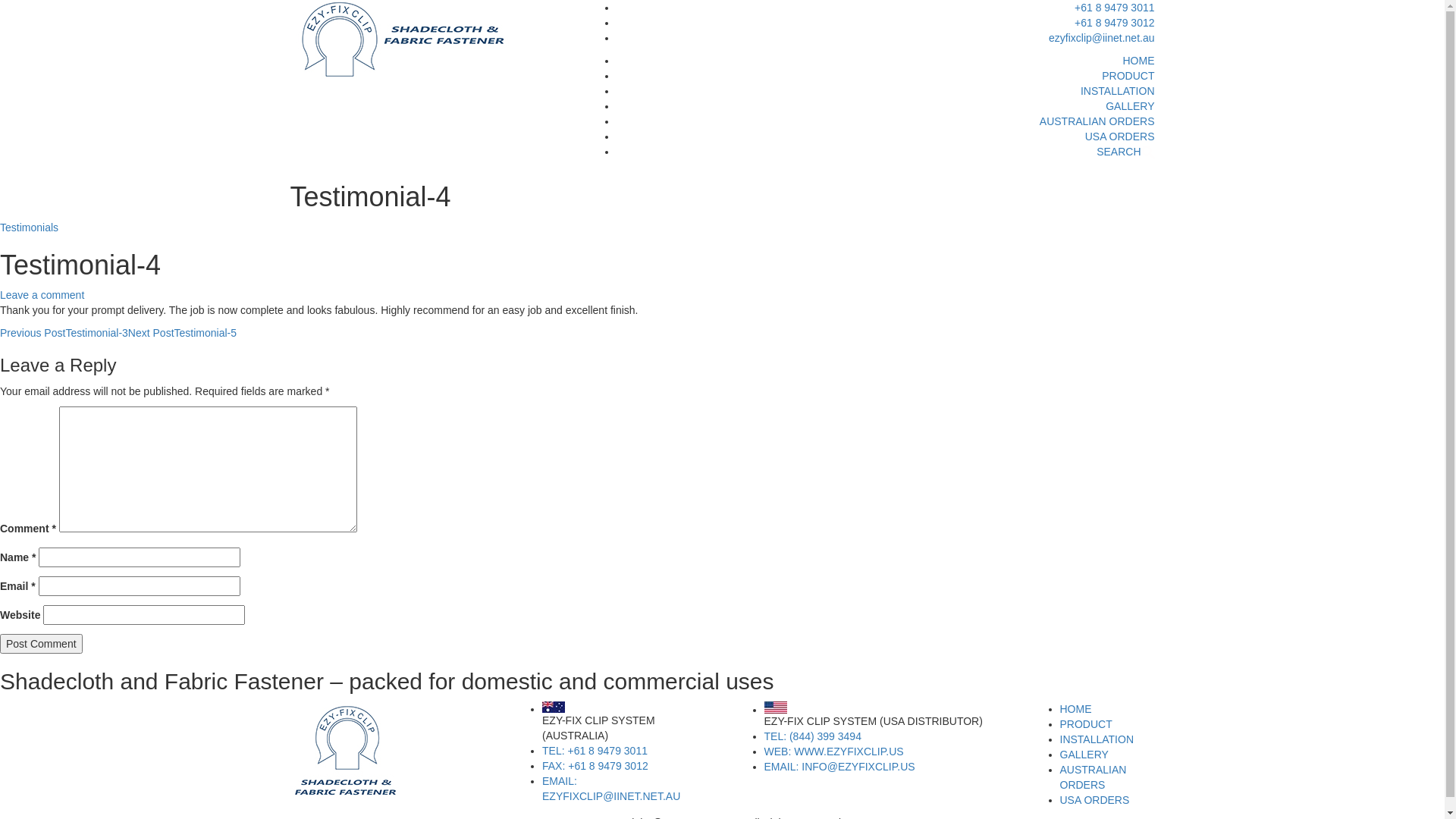  I want to click on 'AUSTRALIAN ORDERS', so click(1093, 777).